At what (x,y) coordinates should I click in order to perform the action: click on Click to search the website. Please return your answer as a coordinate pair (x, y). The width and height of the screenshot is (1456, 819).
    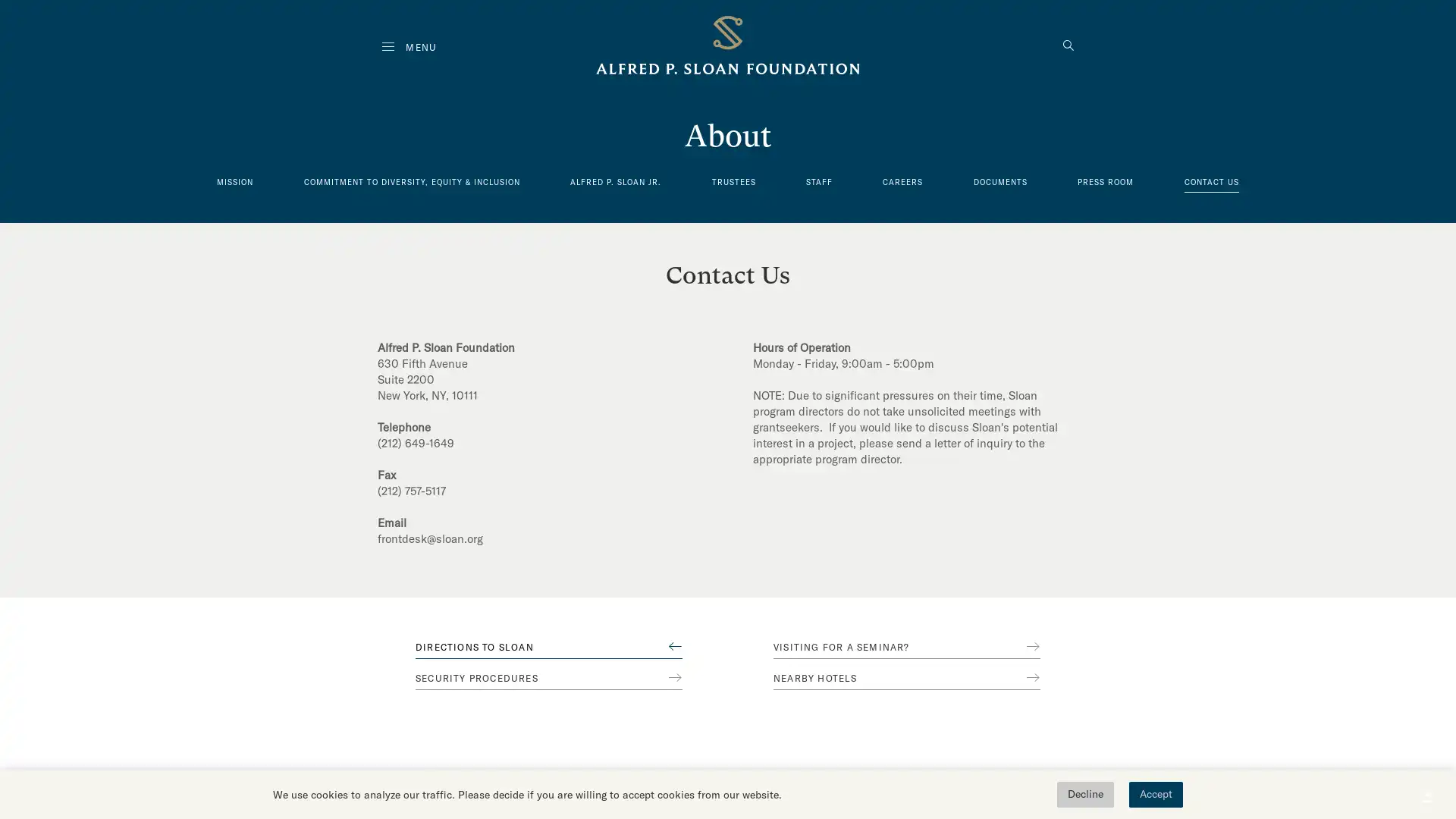
    Looking at the image, I should click on (1068, 46).